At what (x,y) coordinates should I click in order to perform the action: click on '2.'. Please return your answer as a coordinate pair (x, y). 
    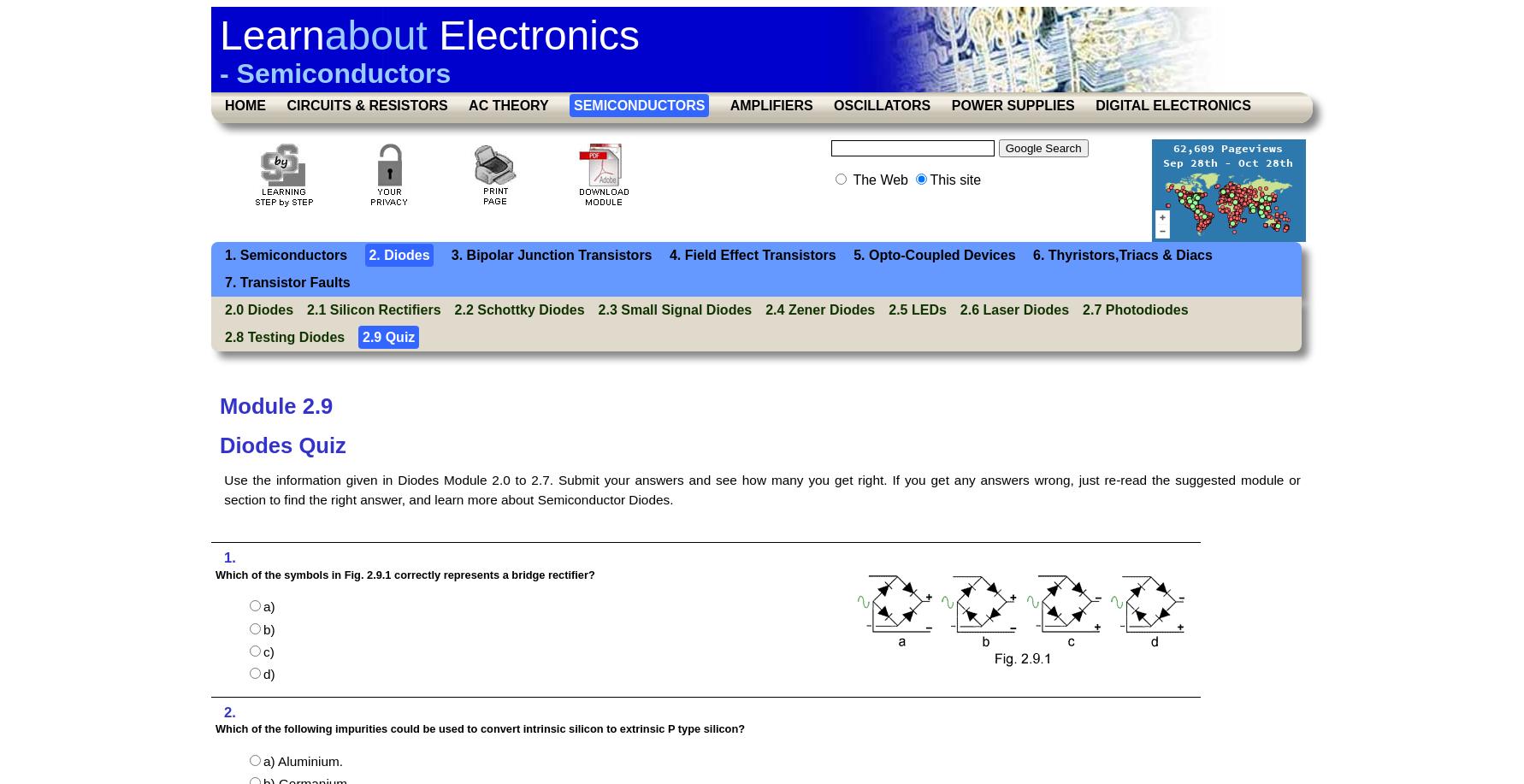
    Looking at the image, I should click on (228, 711).